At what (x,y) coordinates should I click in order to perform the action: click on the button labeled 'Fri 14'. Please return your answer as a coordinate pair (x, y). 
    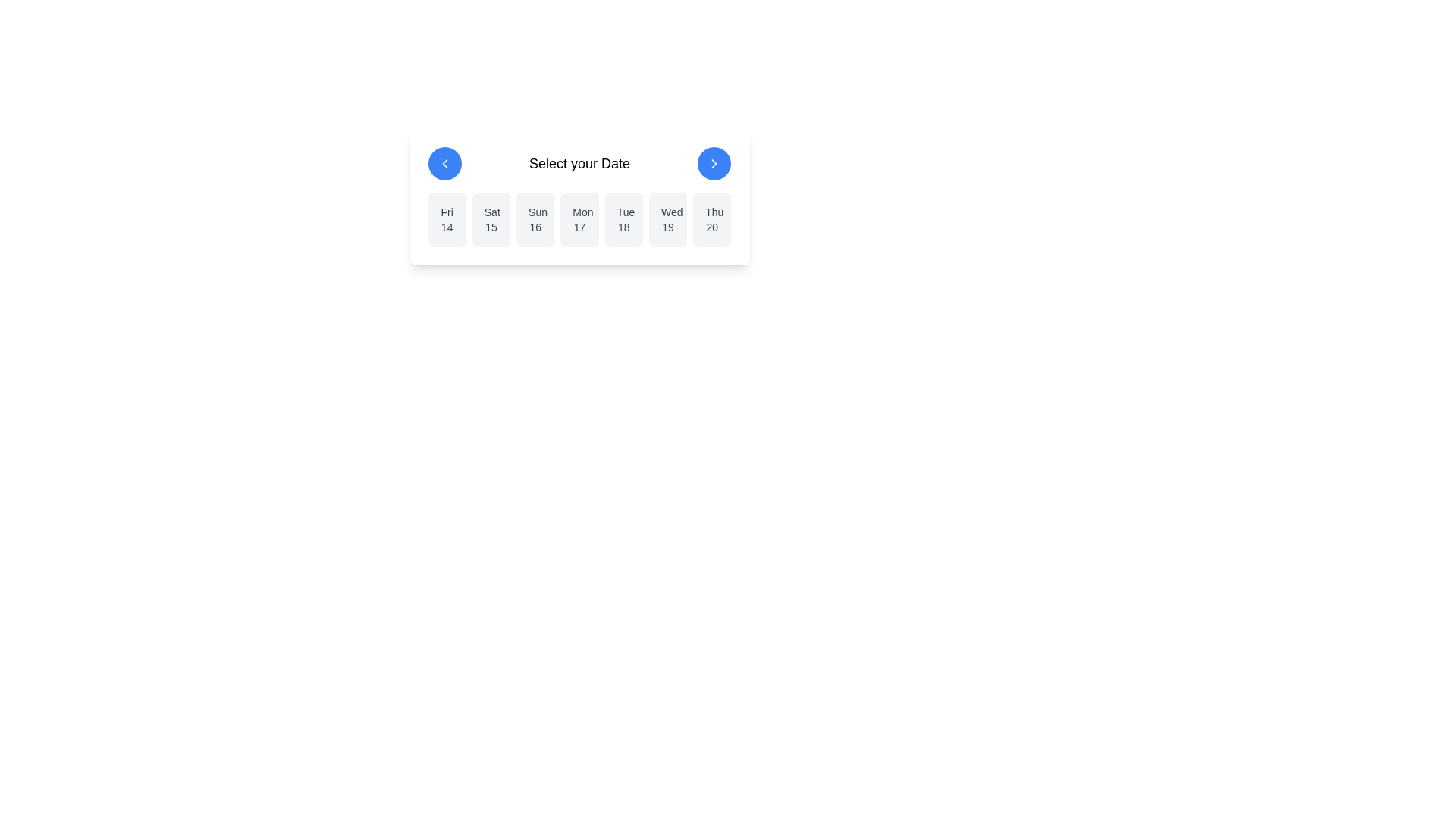
    Looking at the image, I should click on (446, 219).